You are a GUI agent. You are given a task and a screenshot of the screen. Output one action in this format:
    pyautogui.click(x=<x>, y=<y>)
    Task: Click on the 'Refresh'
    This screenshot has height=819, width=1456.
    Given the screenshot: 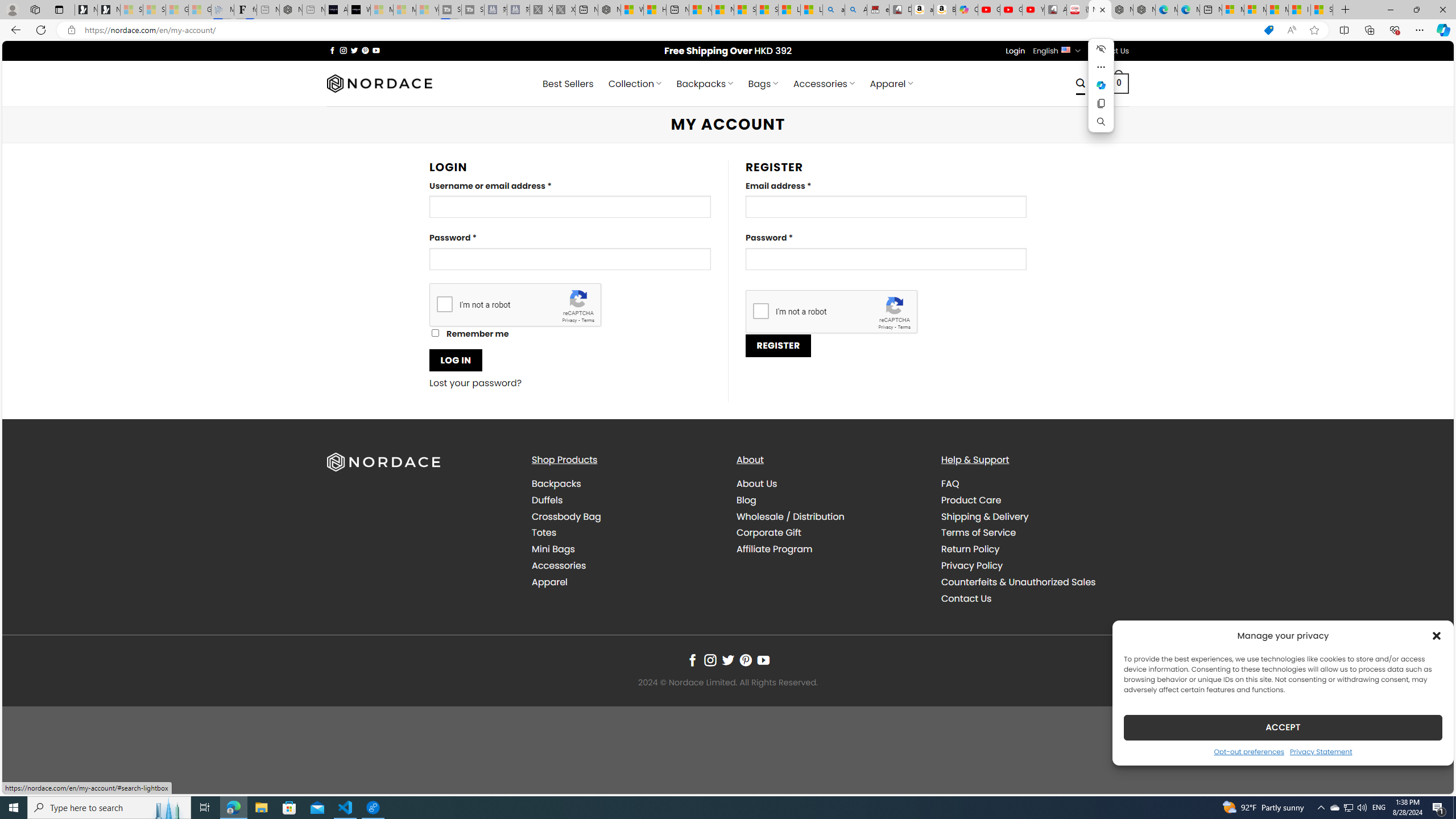 What is the action you would take?
    pyautogui.click(x=40, y=29)
    